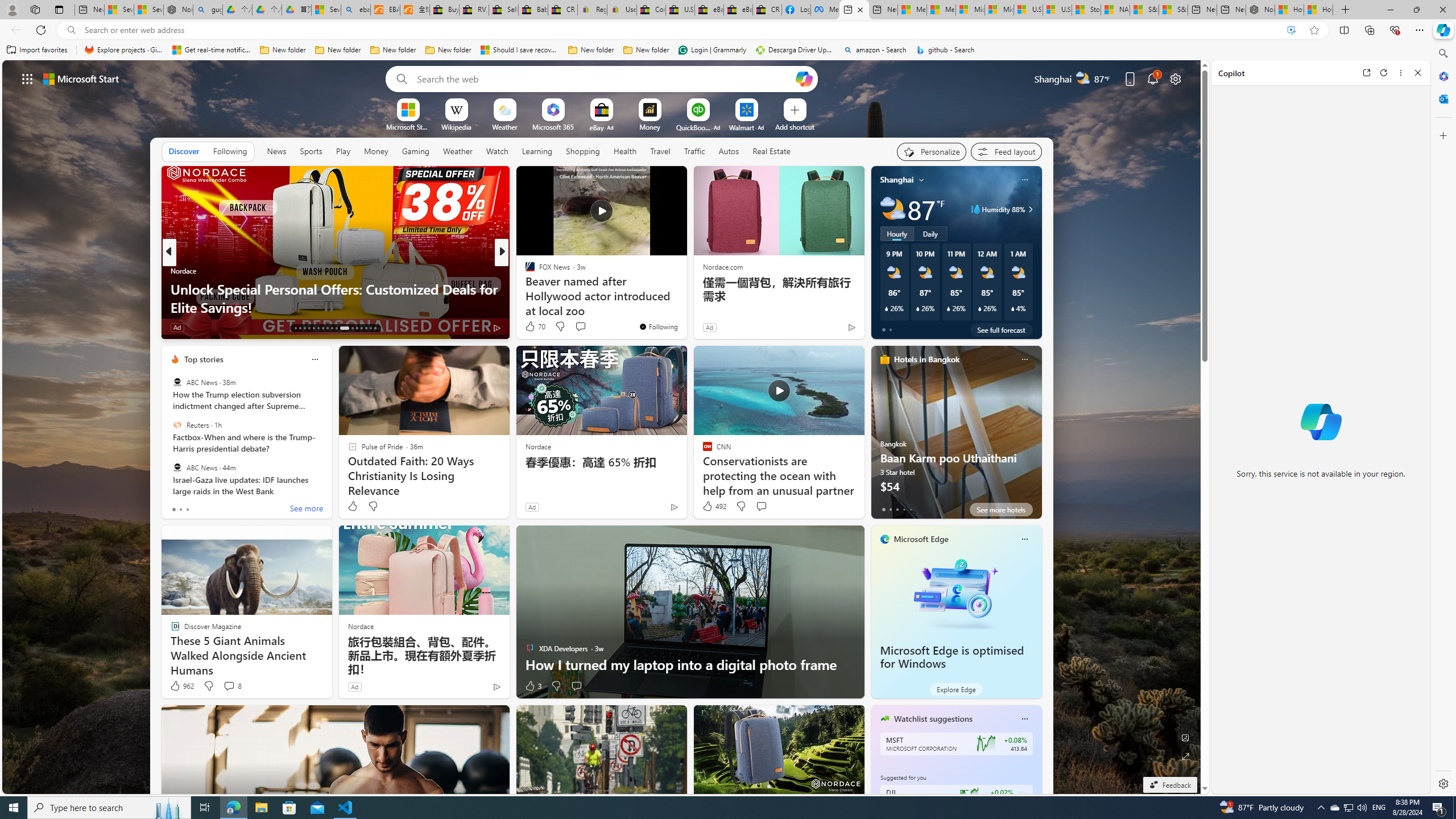  I want to click on '11 Like', so click(531, 327).